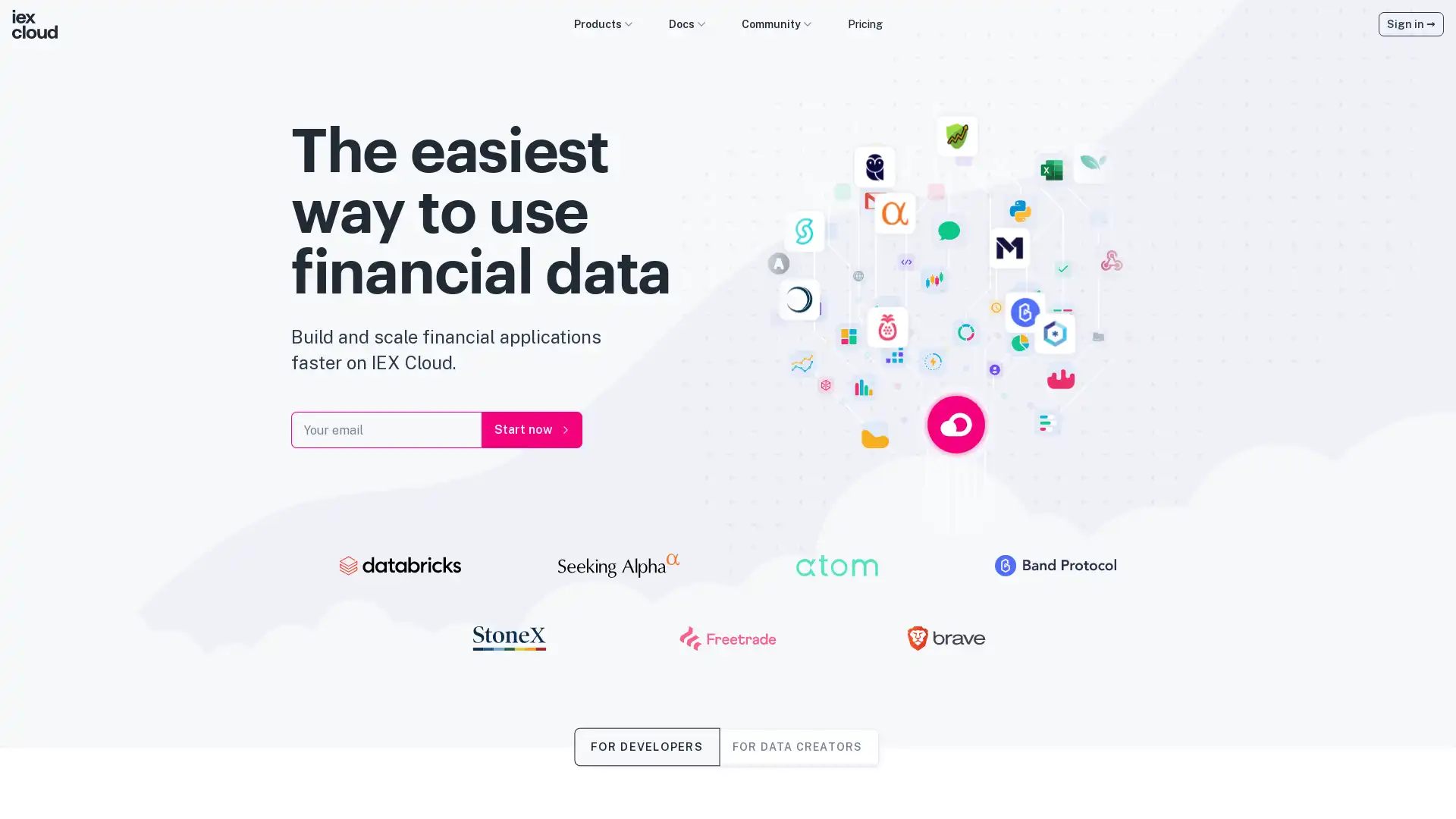 This screenshot has width=1456, height=819. I want to click on FOR DEVELOPERS, so click(646, 745).